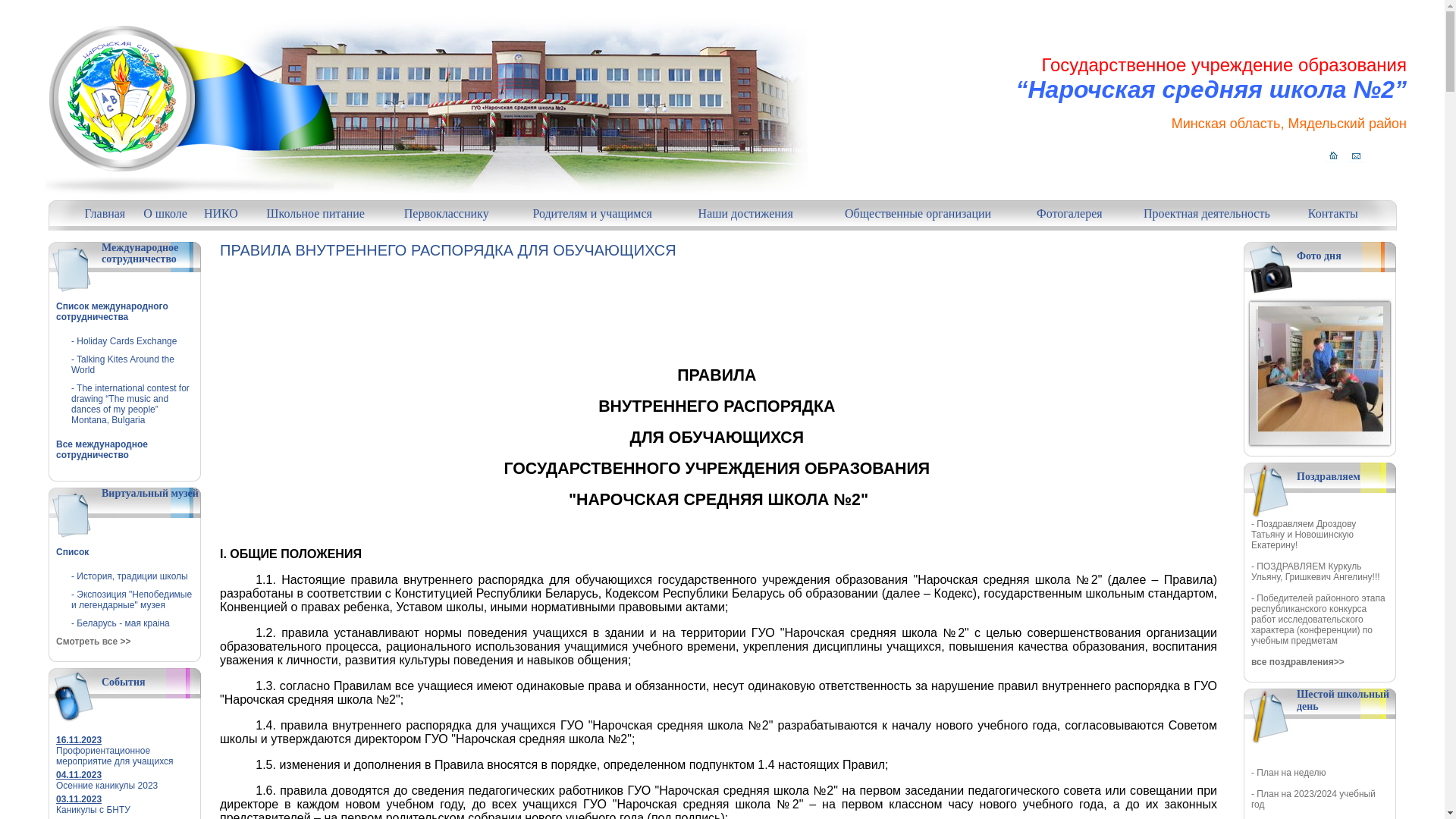 The image size is (1456, 819). I want to click on '- Talking Kites Around the World', so click(123, 365).